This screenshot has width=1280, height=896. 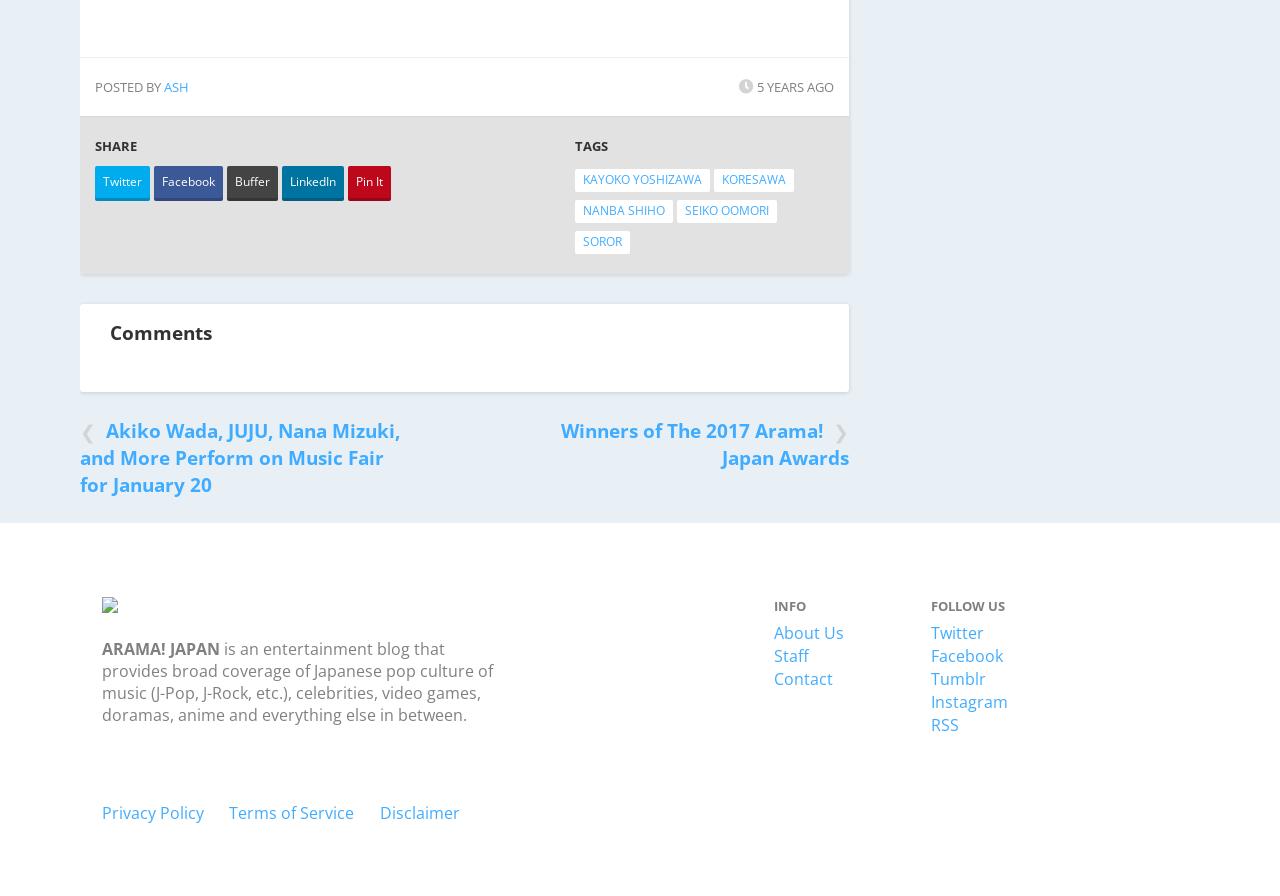 I want to click on 'Follow Us', so click(x=967, y=604).